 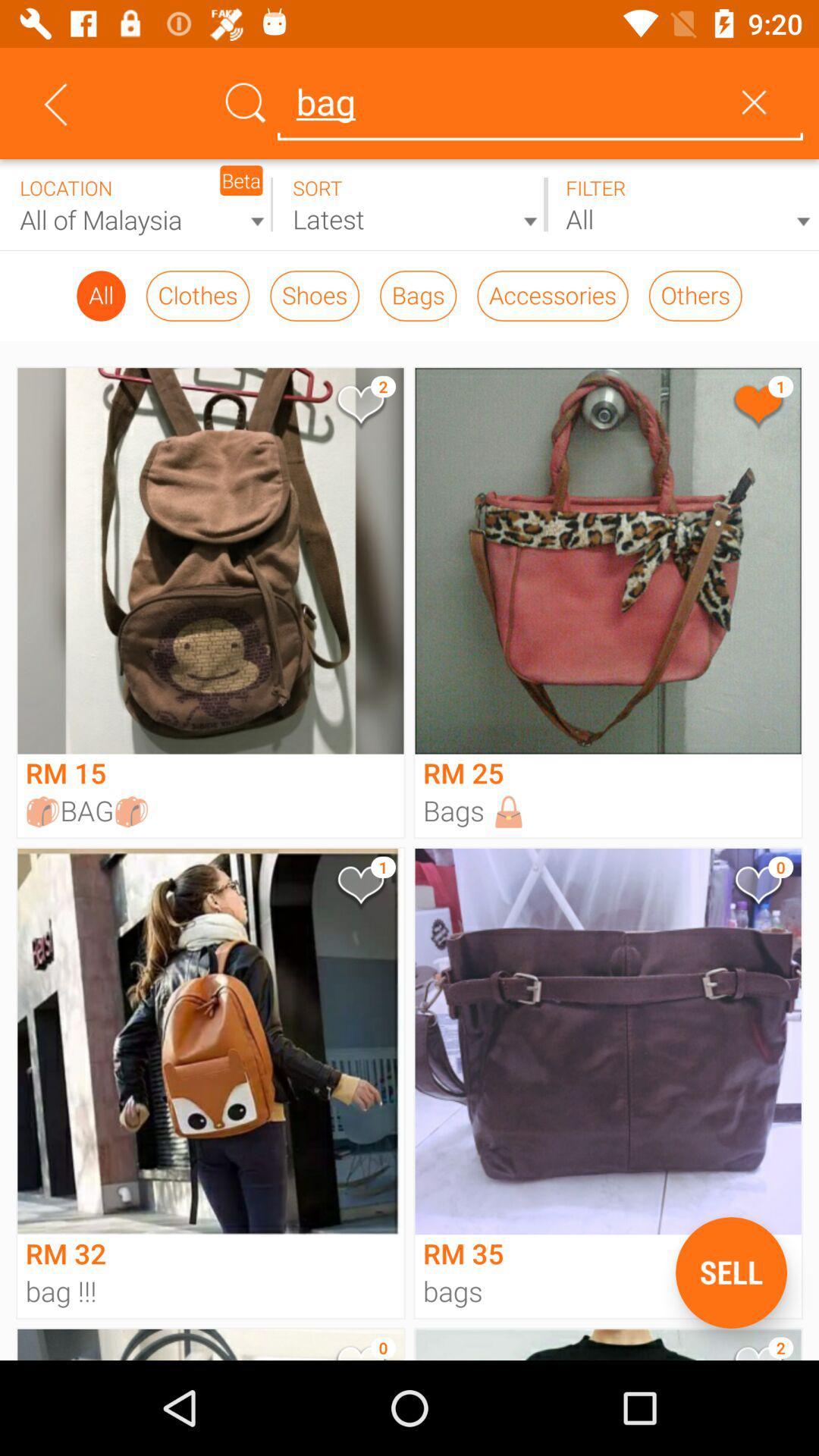 I want to click on to favorites, so click(x=359, y=407).